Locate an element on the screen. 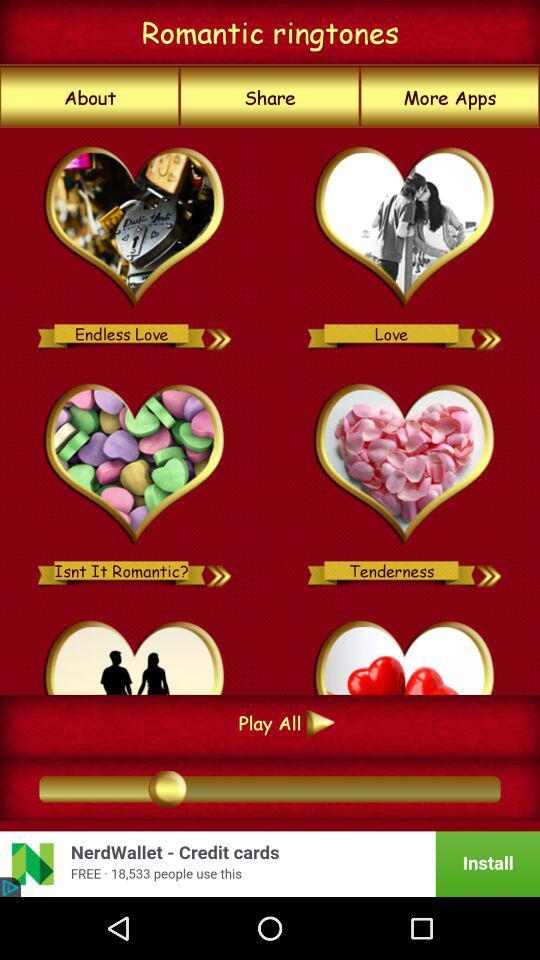 The height and width of the screenshot is (960, 540). pick ringtone is located at coordinates (405, 465).